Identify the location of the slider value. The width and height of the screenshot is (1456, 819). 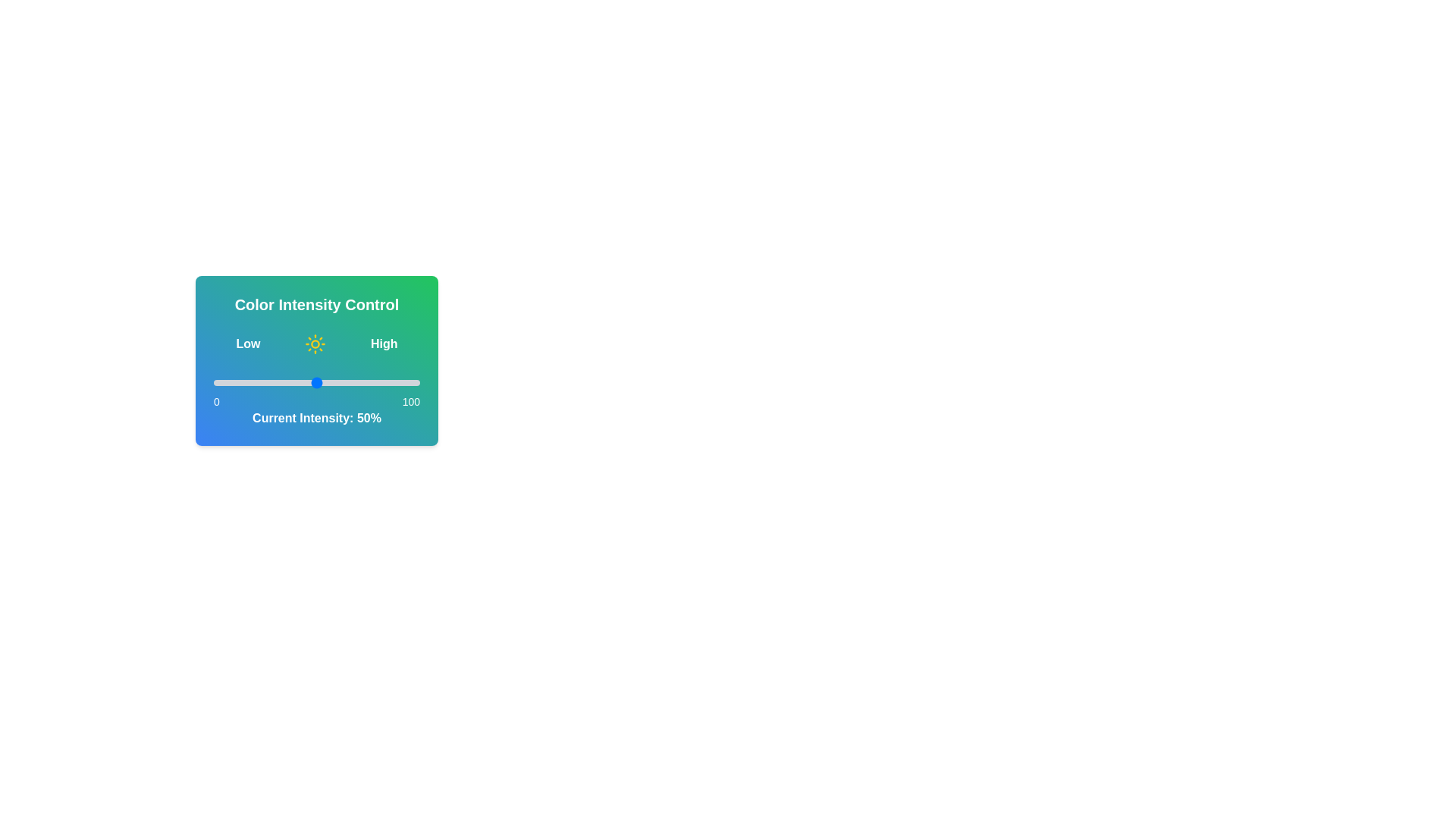
(322, 382).